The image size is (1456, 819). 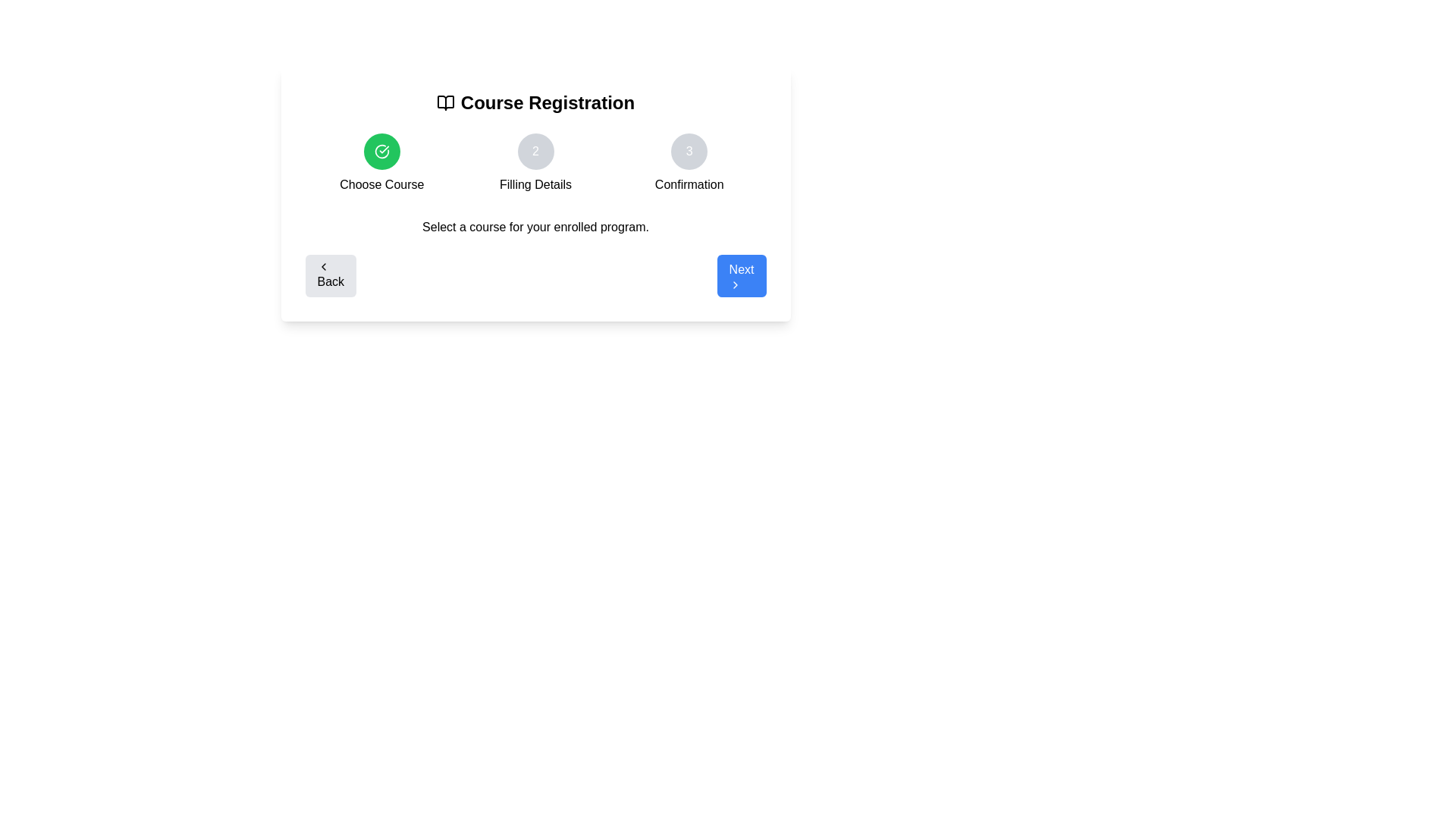 What do you see at coordinates (535, 164) in the screenshot?
I see `the second step indicator in the course registration process that indicates the 'Filling Details' phase` at bounding box center [535, 164].